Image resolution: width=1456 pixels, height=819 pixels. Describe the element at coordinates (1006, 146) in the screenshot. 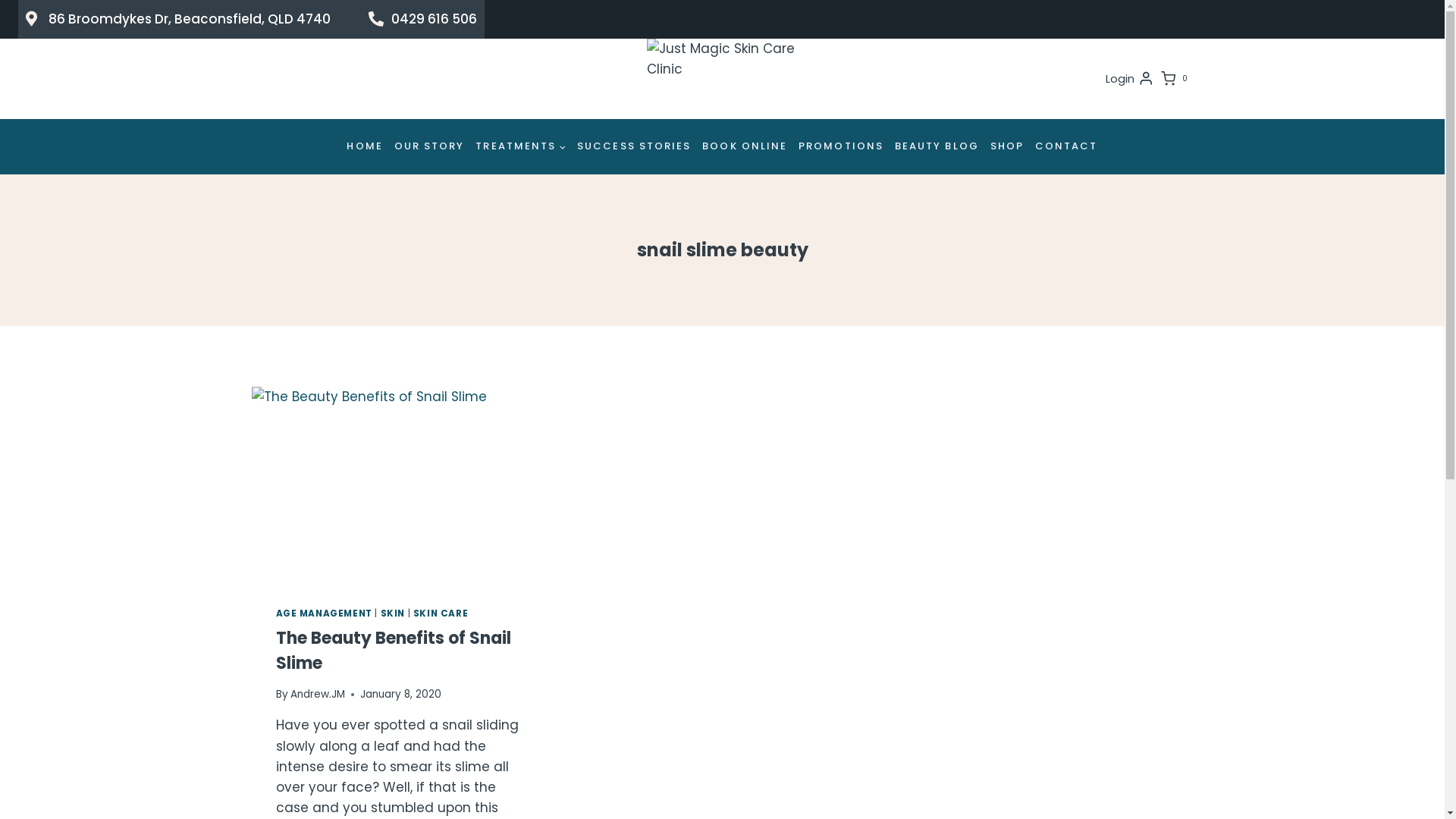

I see `'SHOP'` at that location.